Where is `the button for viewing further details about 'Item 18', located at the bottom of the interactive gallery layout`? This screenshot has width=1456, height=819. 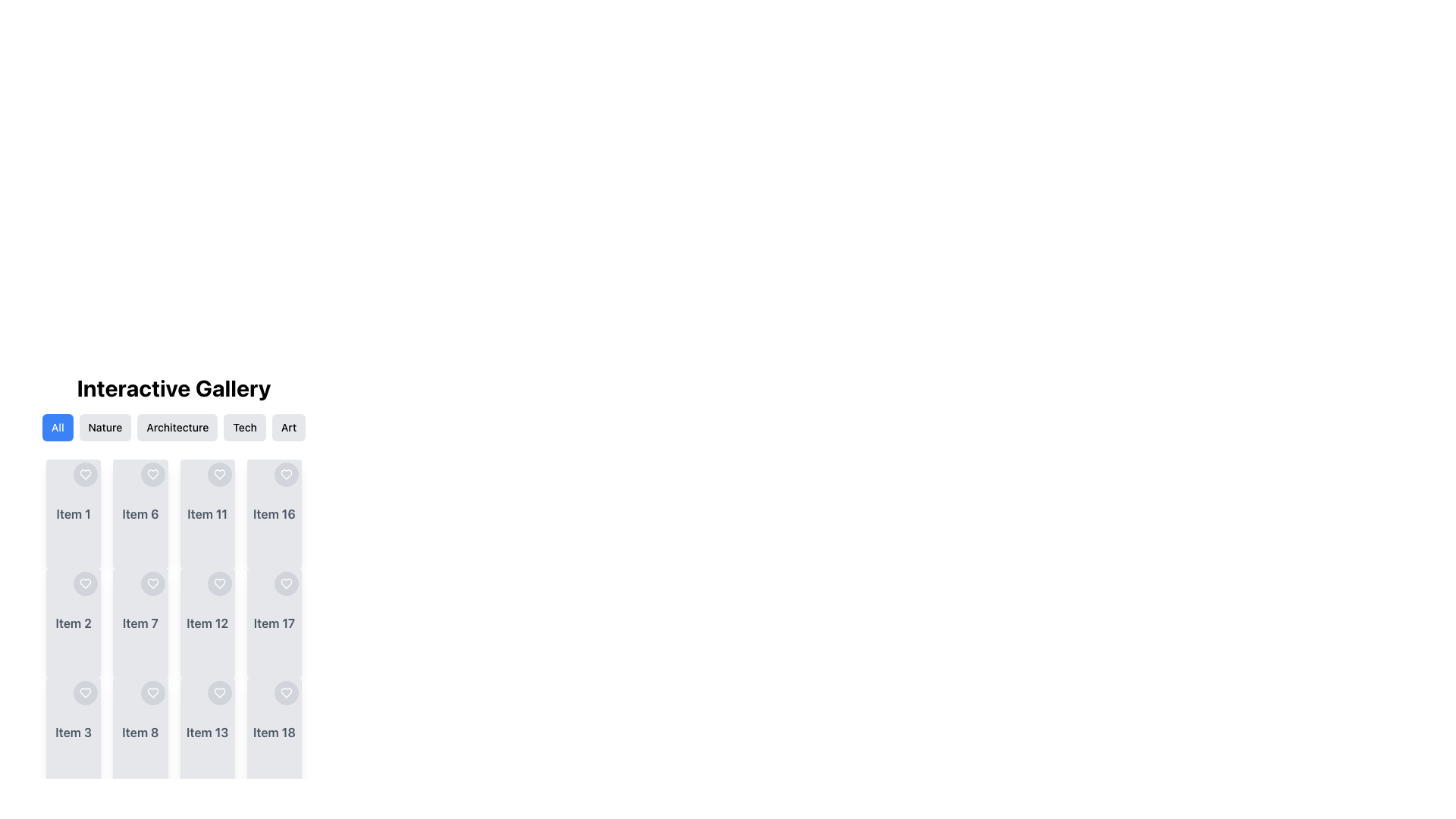
the button for viewing further details about 'Item 18', located at the bottom of the interactive gallery layout is located at coordinates (281, 731).